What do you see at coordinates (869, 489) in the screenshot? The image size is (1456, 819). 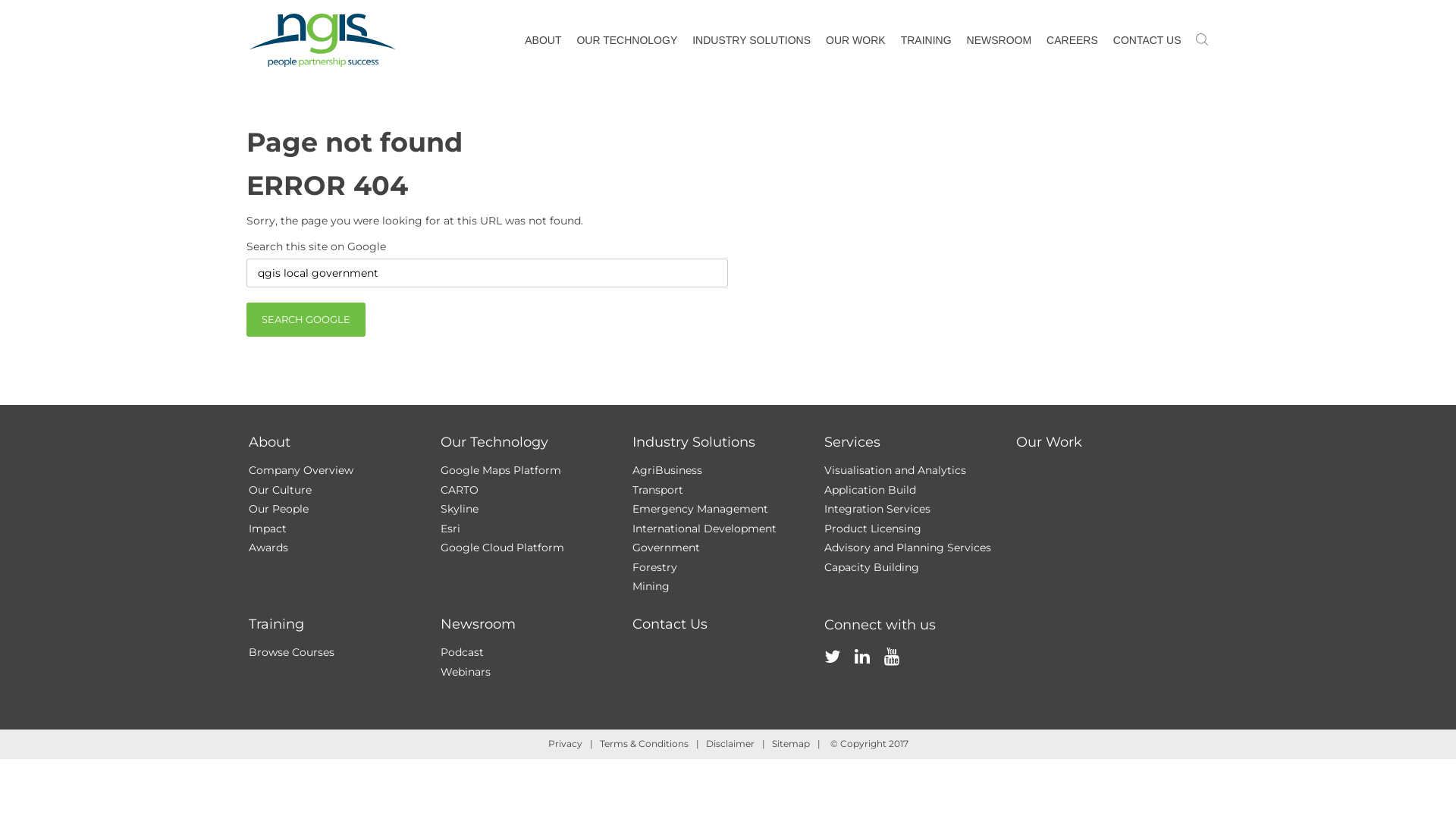 I see `'Application Build'` at bounding box center [869, 489].